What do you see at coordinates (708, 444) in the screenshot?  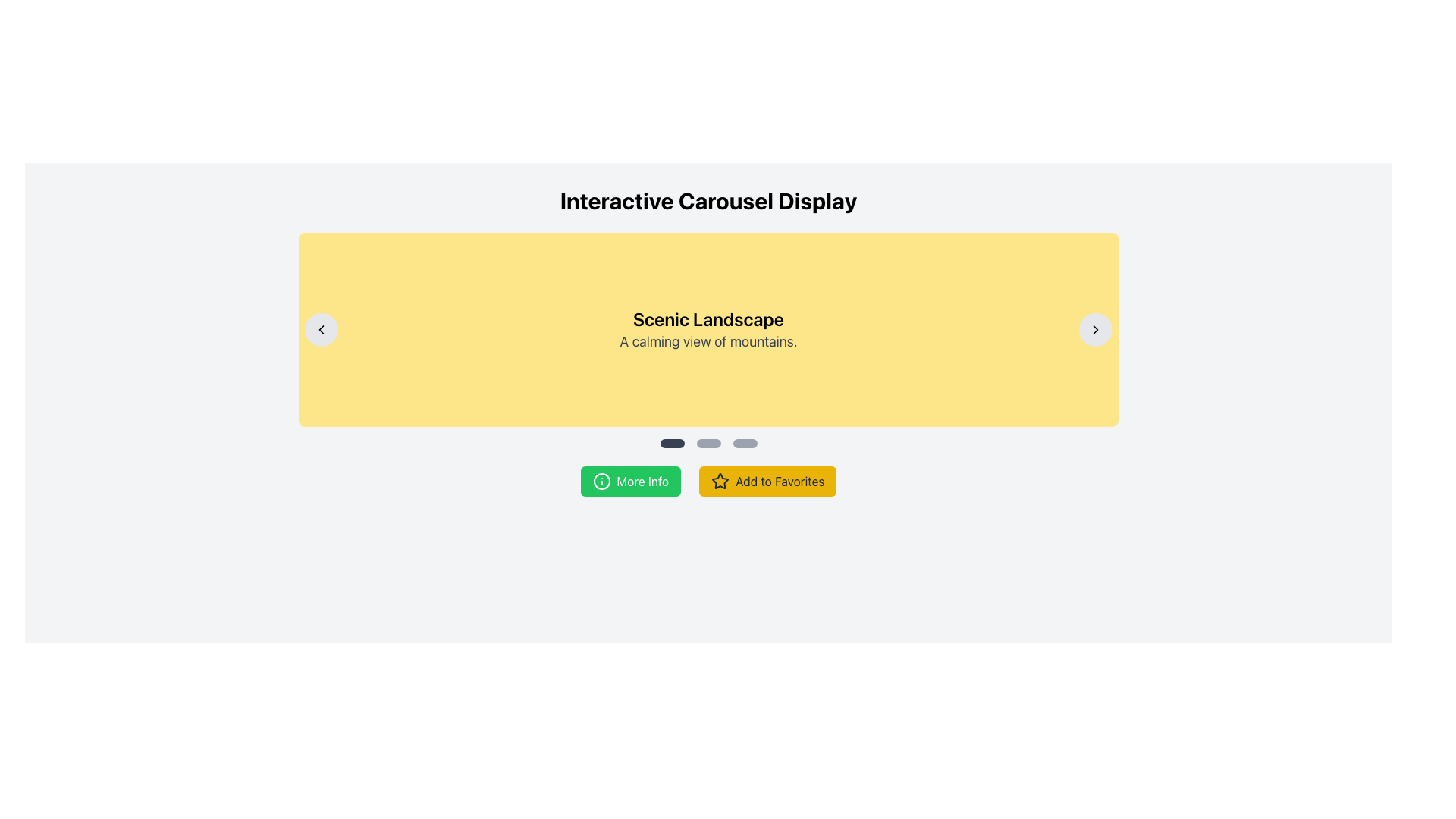 I see `the middle gray bar of the Progress Indicator located beneath the 'Scenic Landscape' title` at bounding box center [708, 444].